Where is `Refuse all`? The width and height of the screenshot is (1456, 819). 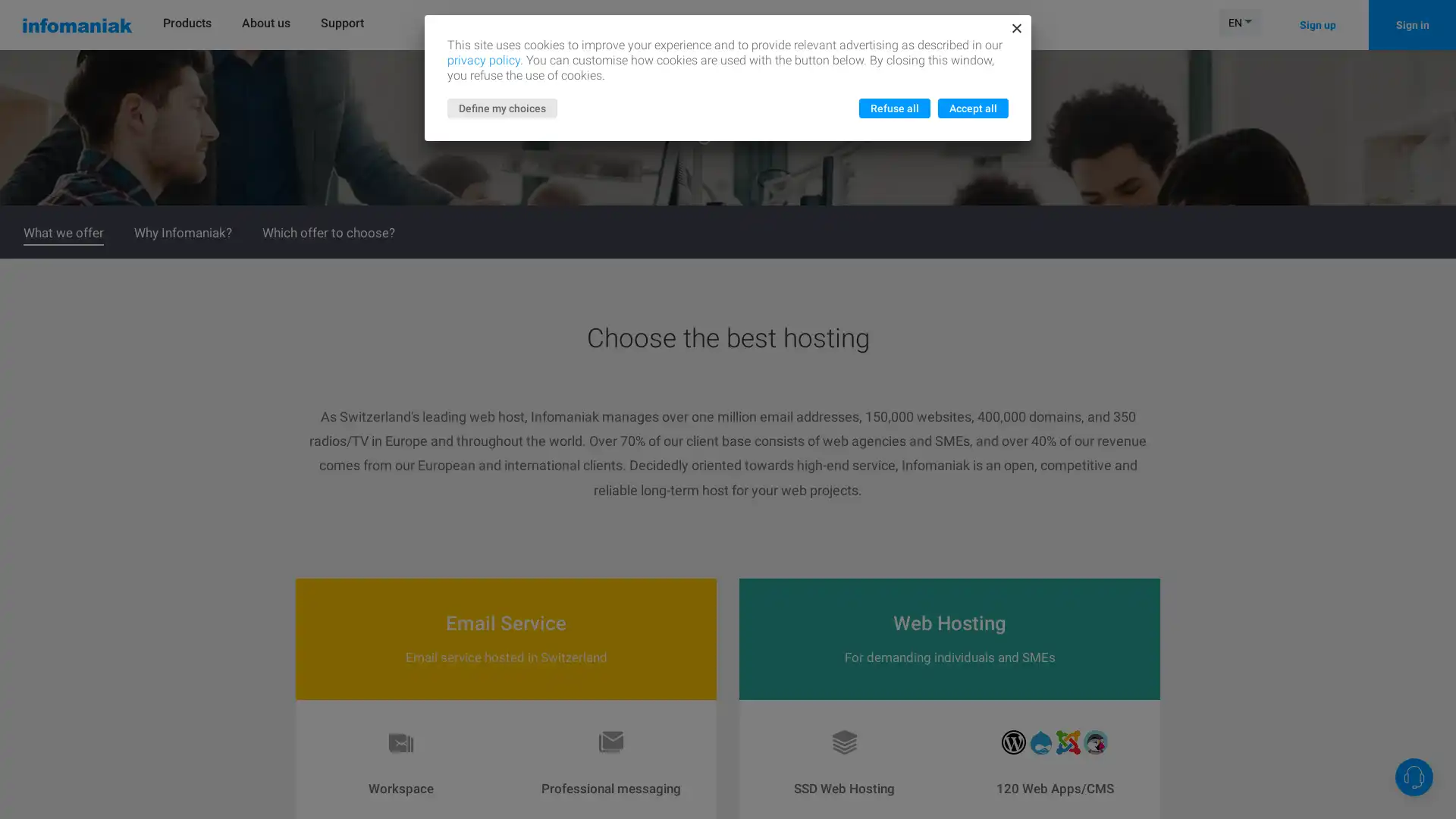
Refuse all is located at coordinates (895, 107).